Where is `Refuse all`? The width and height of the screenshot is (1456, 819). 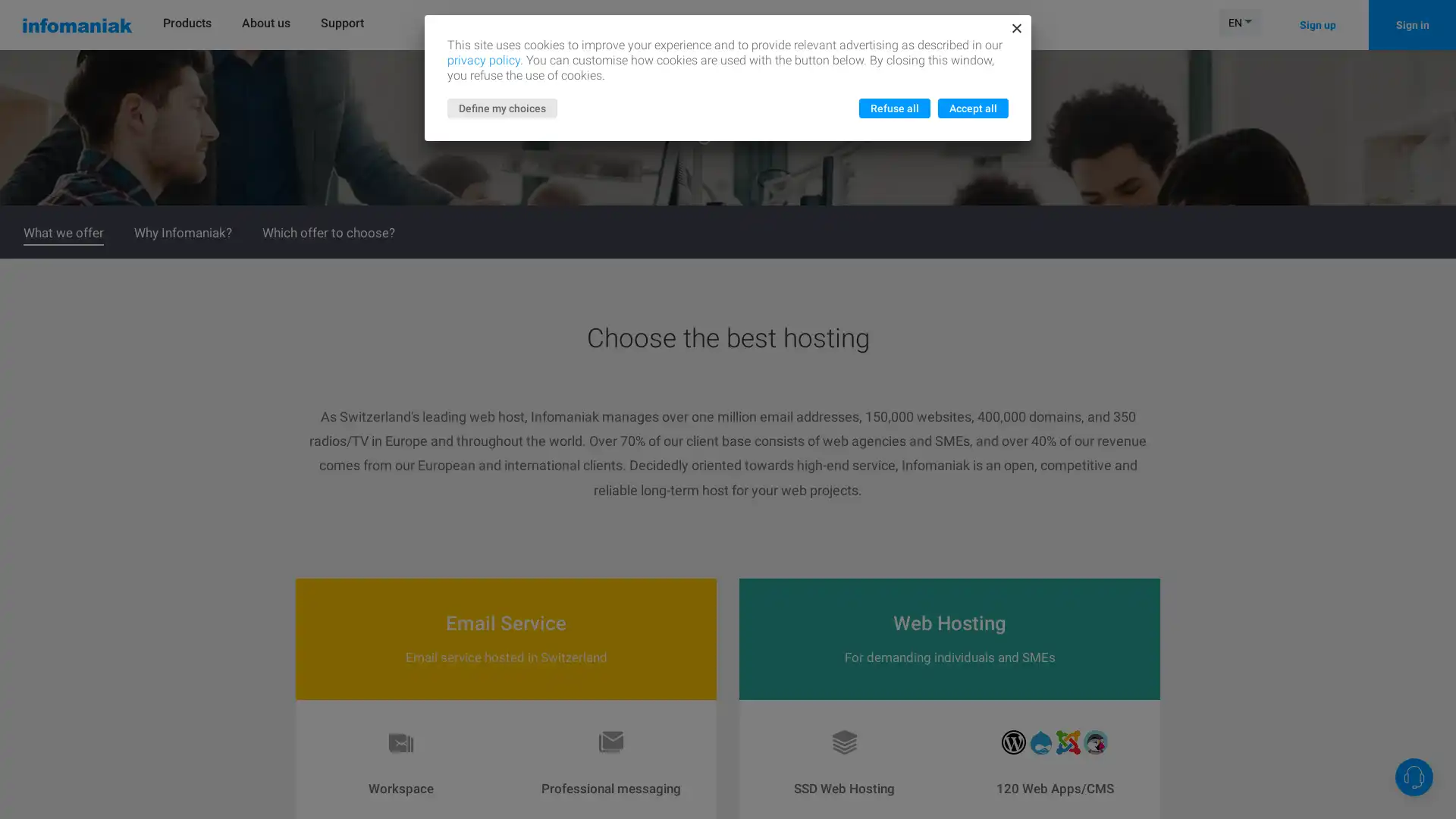
Refuse all is located at coordinates (895, 107).